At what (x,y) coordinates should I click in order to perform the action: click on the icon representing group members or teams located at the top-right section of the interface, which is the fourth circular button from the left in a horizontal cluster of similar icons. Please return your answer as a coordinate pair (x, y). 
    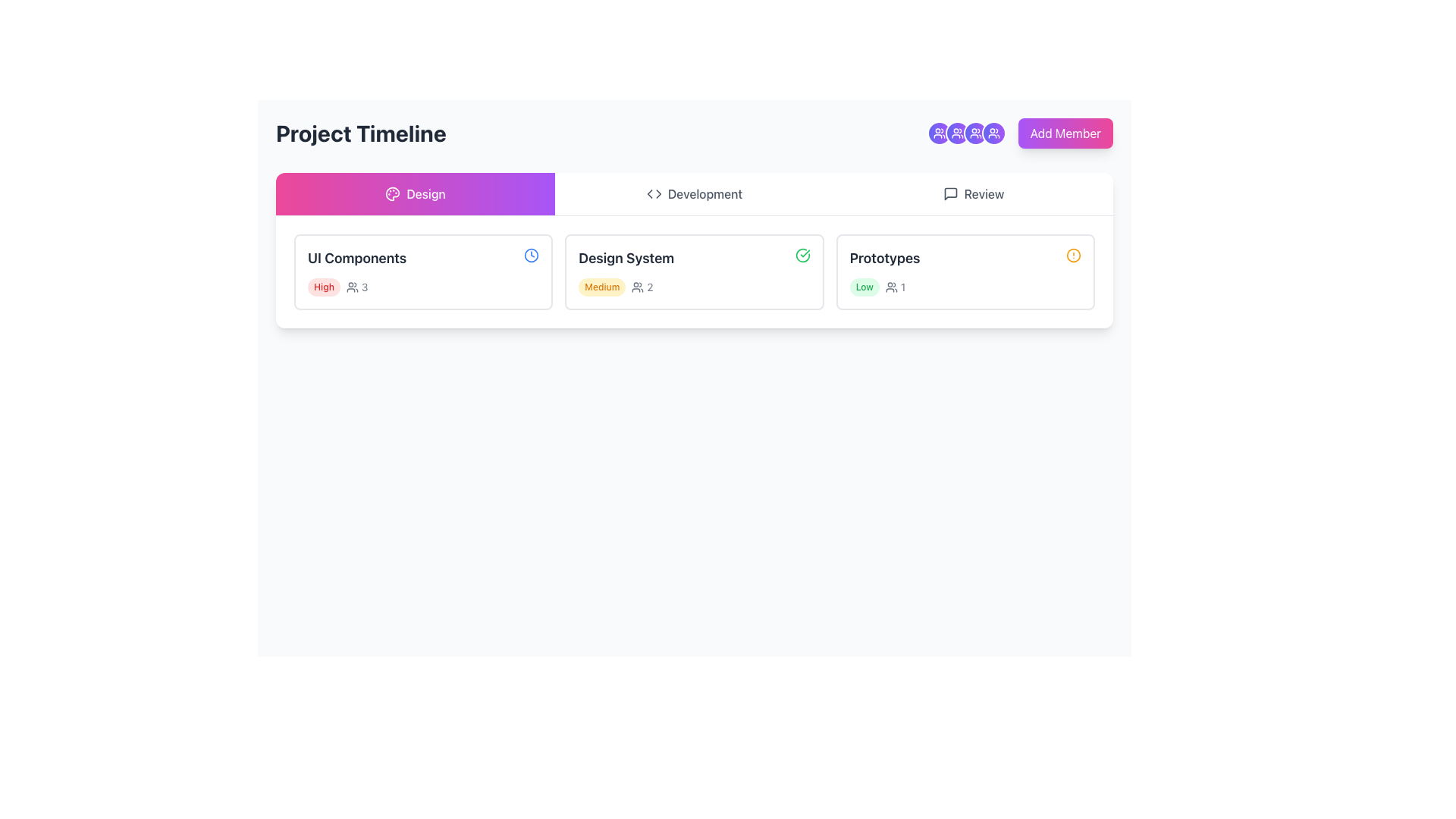
    Looking at the image, I should click on (975, 133).